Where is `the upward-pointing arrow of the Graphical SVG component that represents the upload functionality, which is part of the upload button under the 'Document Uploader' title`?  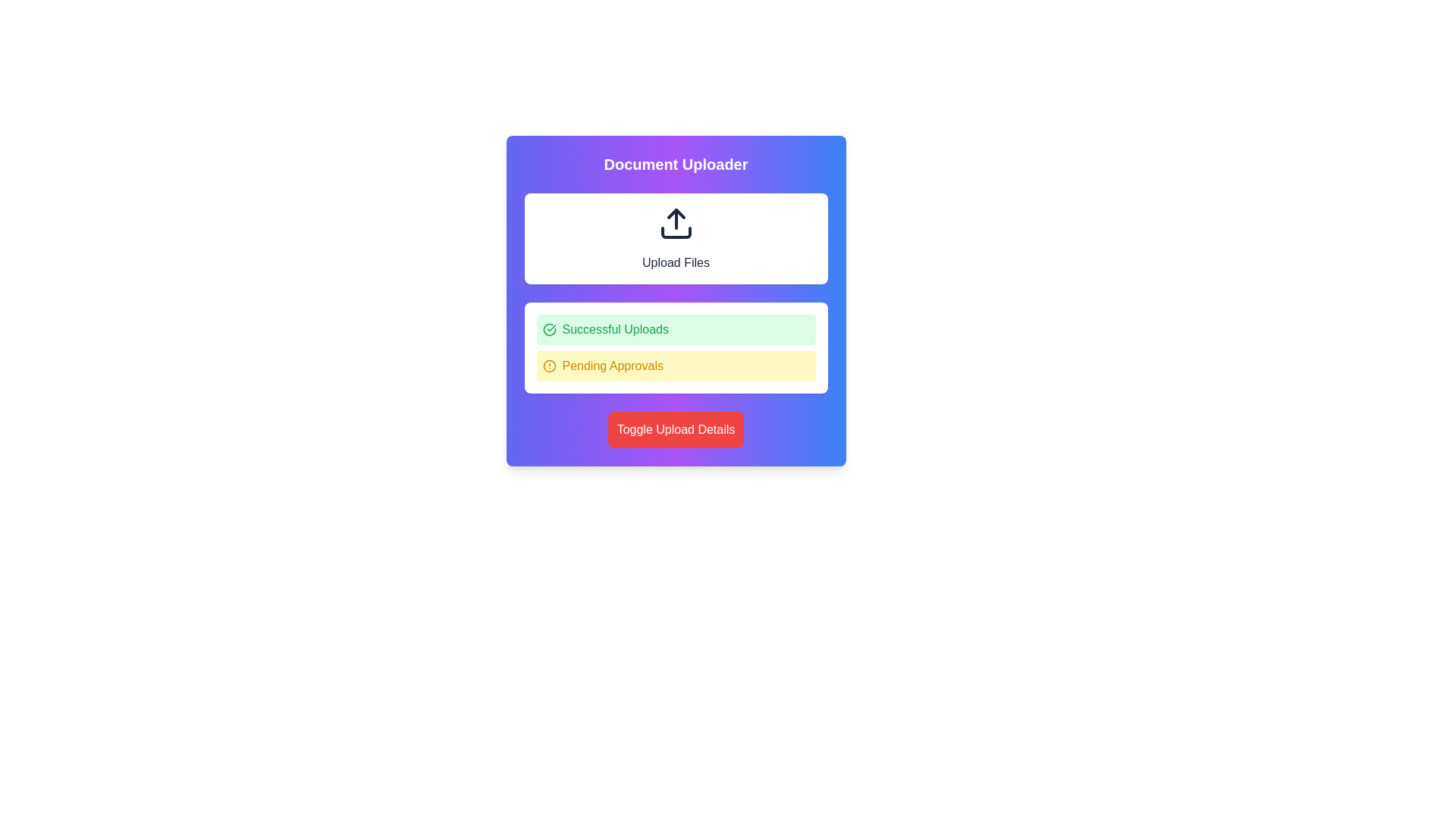
the upward-pointing arrow of the Graphical SVG component that represents the upload functionality, which is part of the upload button under the 'Document Uploader' title is located at coordinates (675, 213).